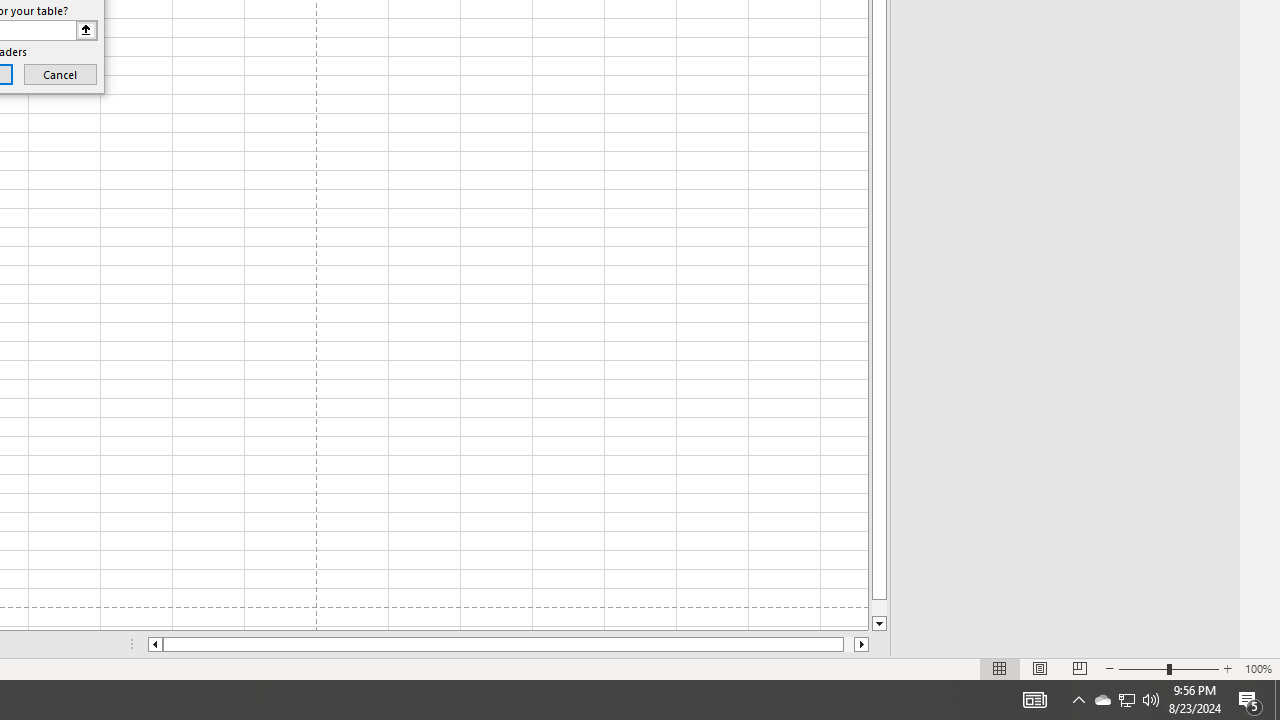 Image resolution: width=1280 pixels, height=720 pixels. Describe the element at coordinates (848, 644) in the screenshot. I see `'Page right'` at that location.